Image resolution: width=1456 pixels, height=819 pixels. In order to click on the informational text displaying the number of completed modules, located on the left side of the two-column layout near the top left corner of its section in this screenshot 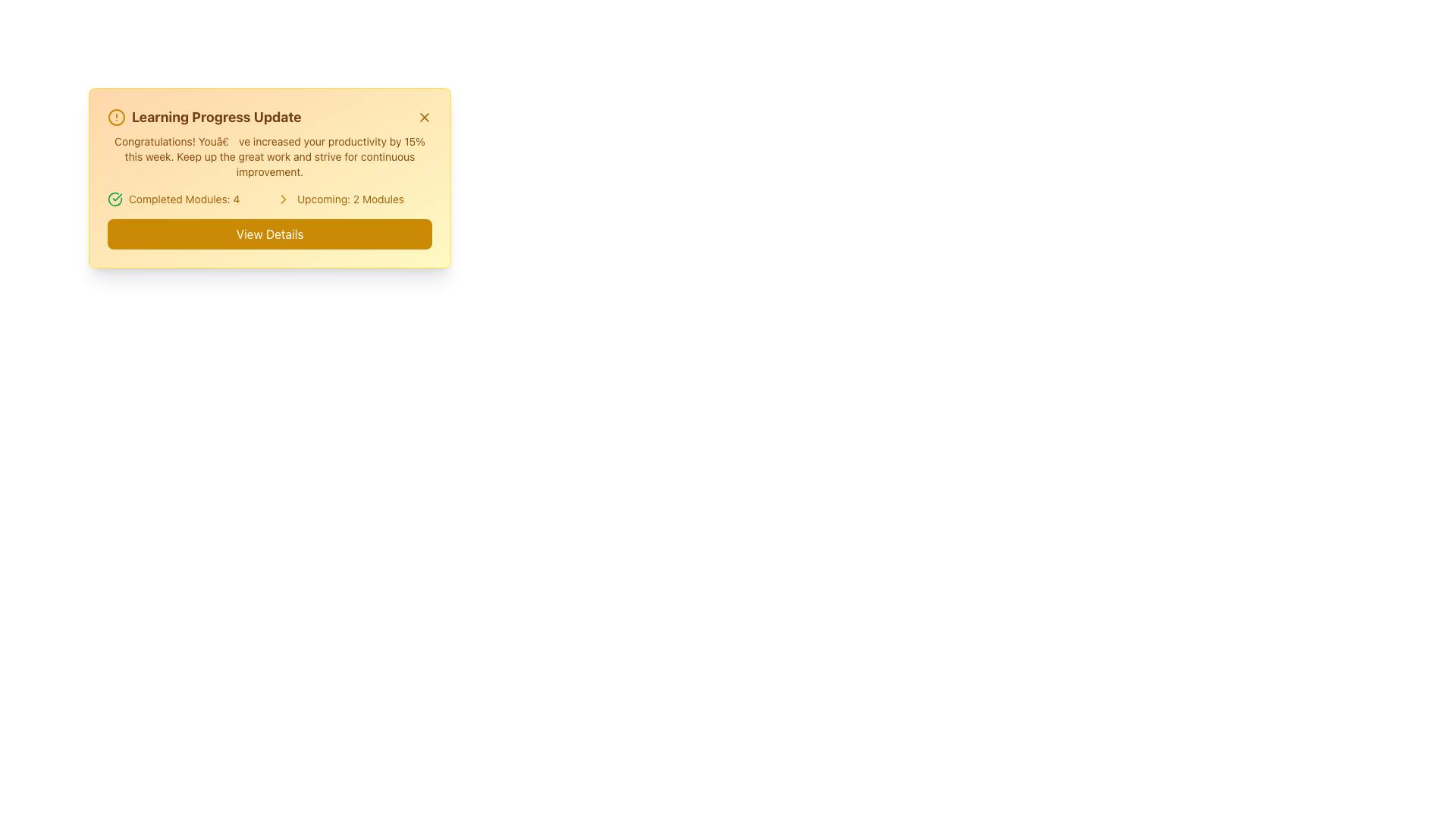, I will do `click(184, 198)`.